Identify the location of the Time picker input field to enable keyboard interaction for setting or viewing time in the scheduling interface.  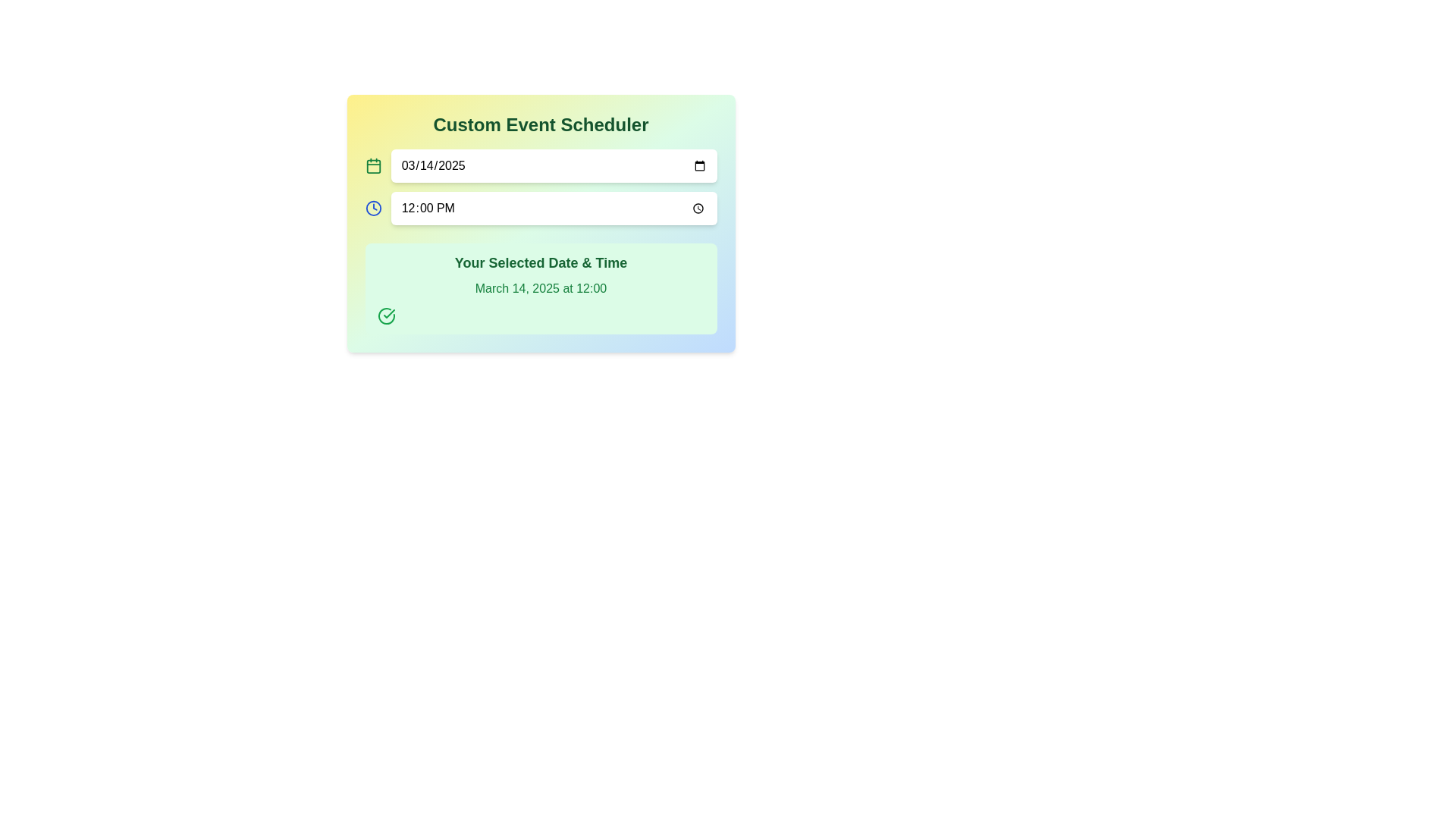
(541, 208).